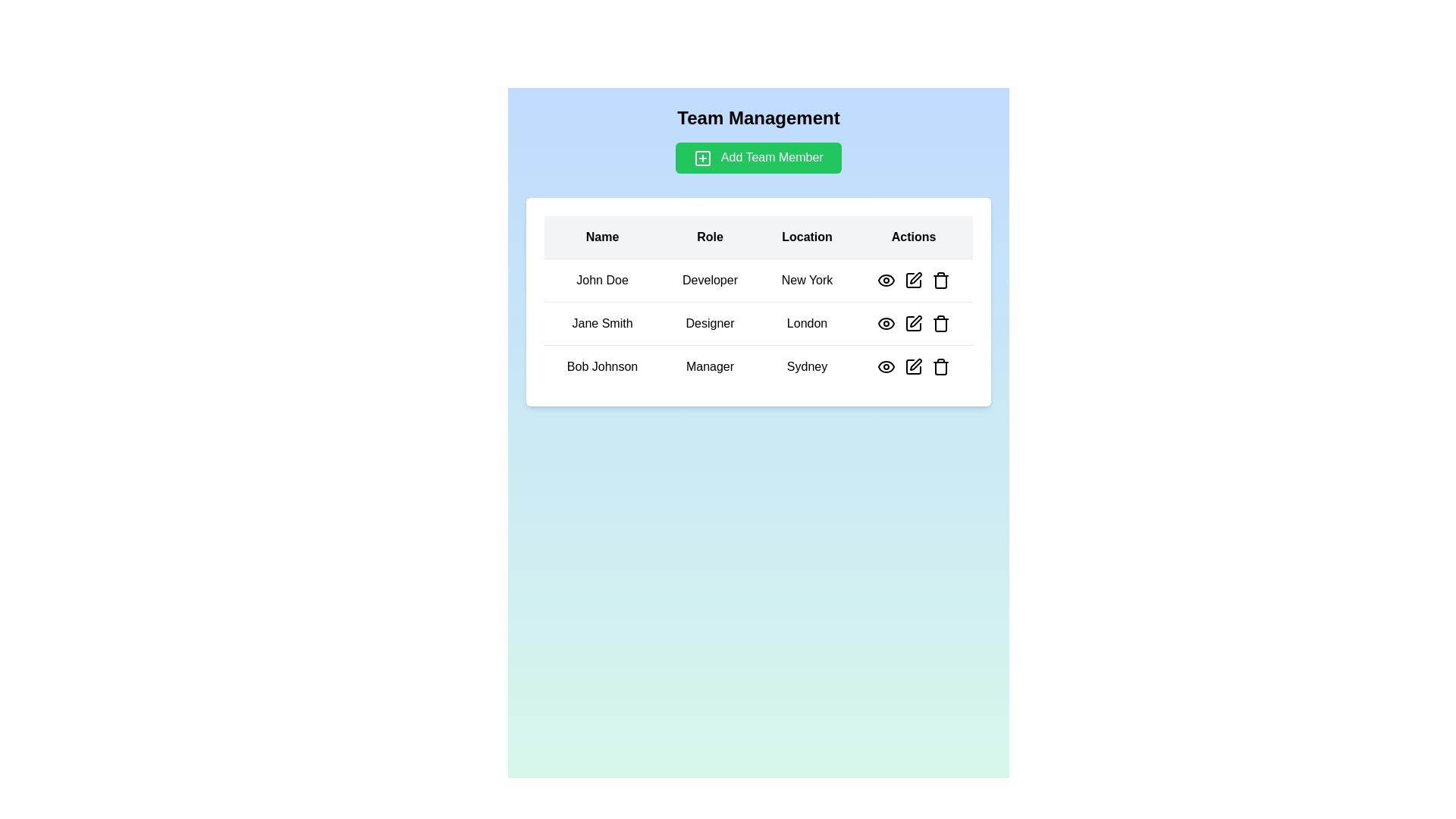  I want to click on the trash can icon button in the 'Actions' column of the first row in the table to initiate deletion, so click(940, 280).